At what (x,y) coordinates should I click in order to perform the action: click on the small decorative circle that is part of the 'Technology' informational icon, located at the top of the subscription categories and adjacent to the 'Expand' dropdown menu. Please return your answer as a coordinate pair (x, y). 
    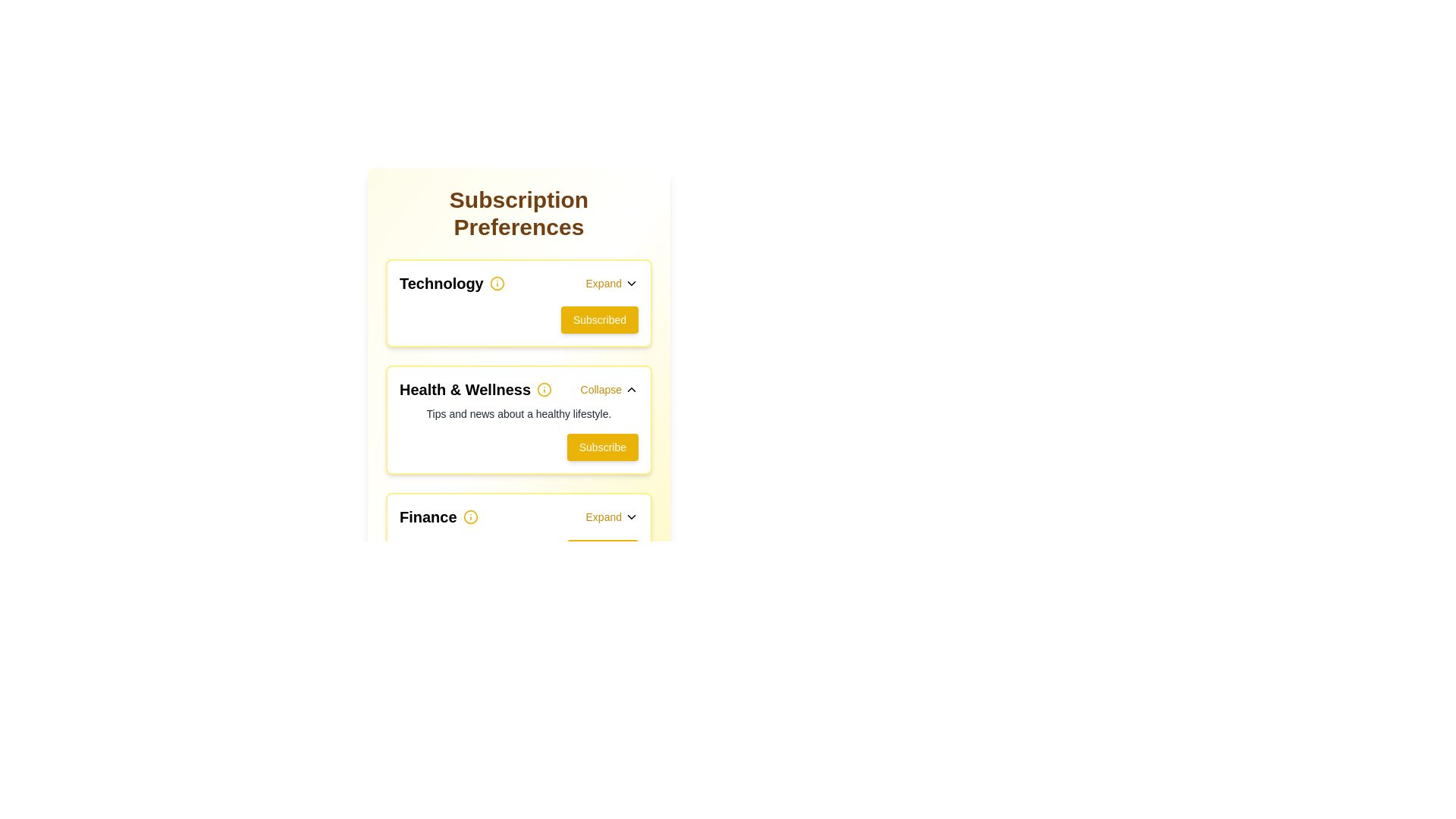
    Looking at the image, I should click on (497, 284).